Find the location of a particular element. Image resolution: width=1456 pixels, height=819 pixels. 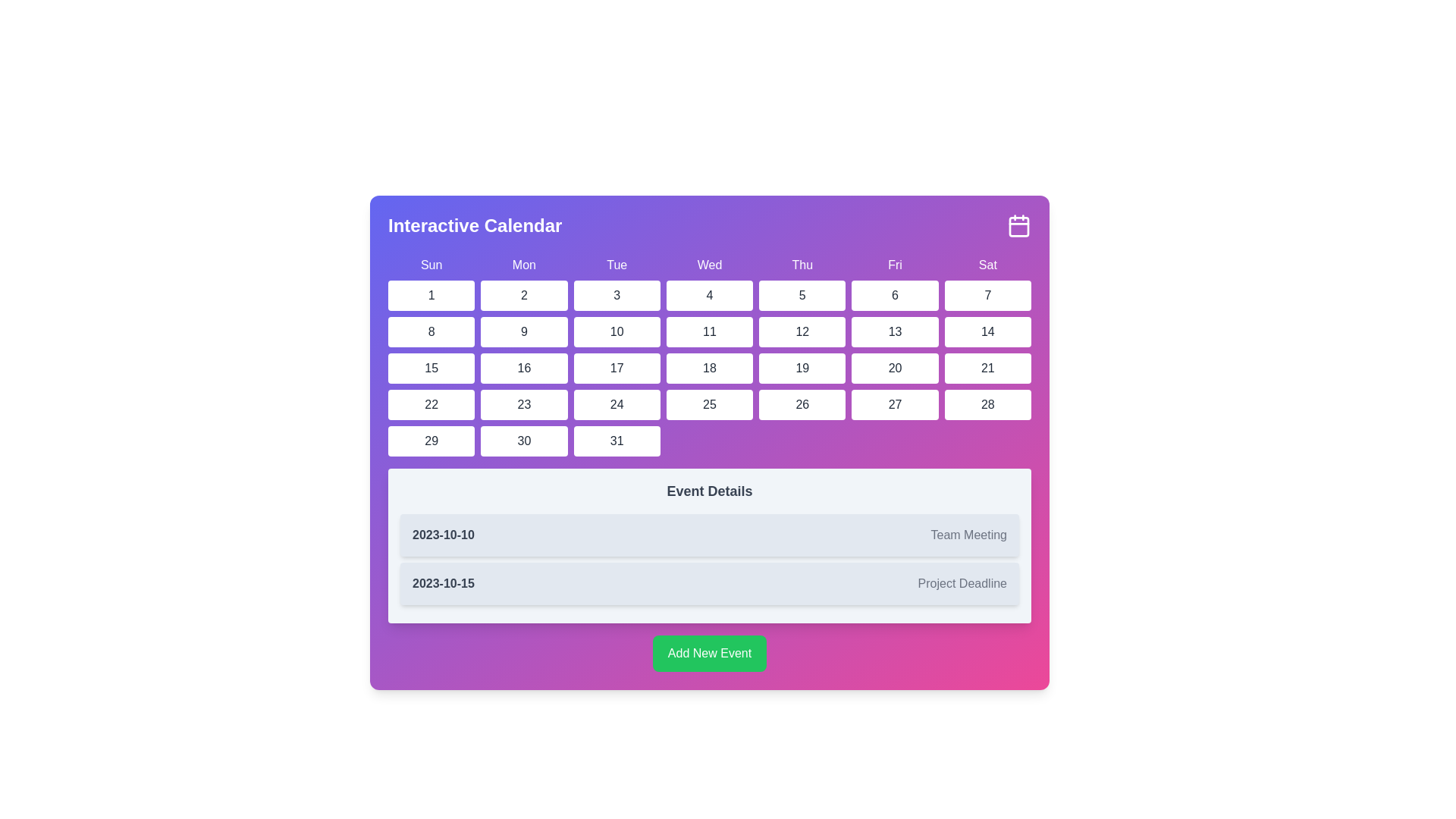

the text label indicating the date associated with the event, located in the 'Event Details' section to the left of the 'Project Deadline' description is located at coordinates (442, 583).